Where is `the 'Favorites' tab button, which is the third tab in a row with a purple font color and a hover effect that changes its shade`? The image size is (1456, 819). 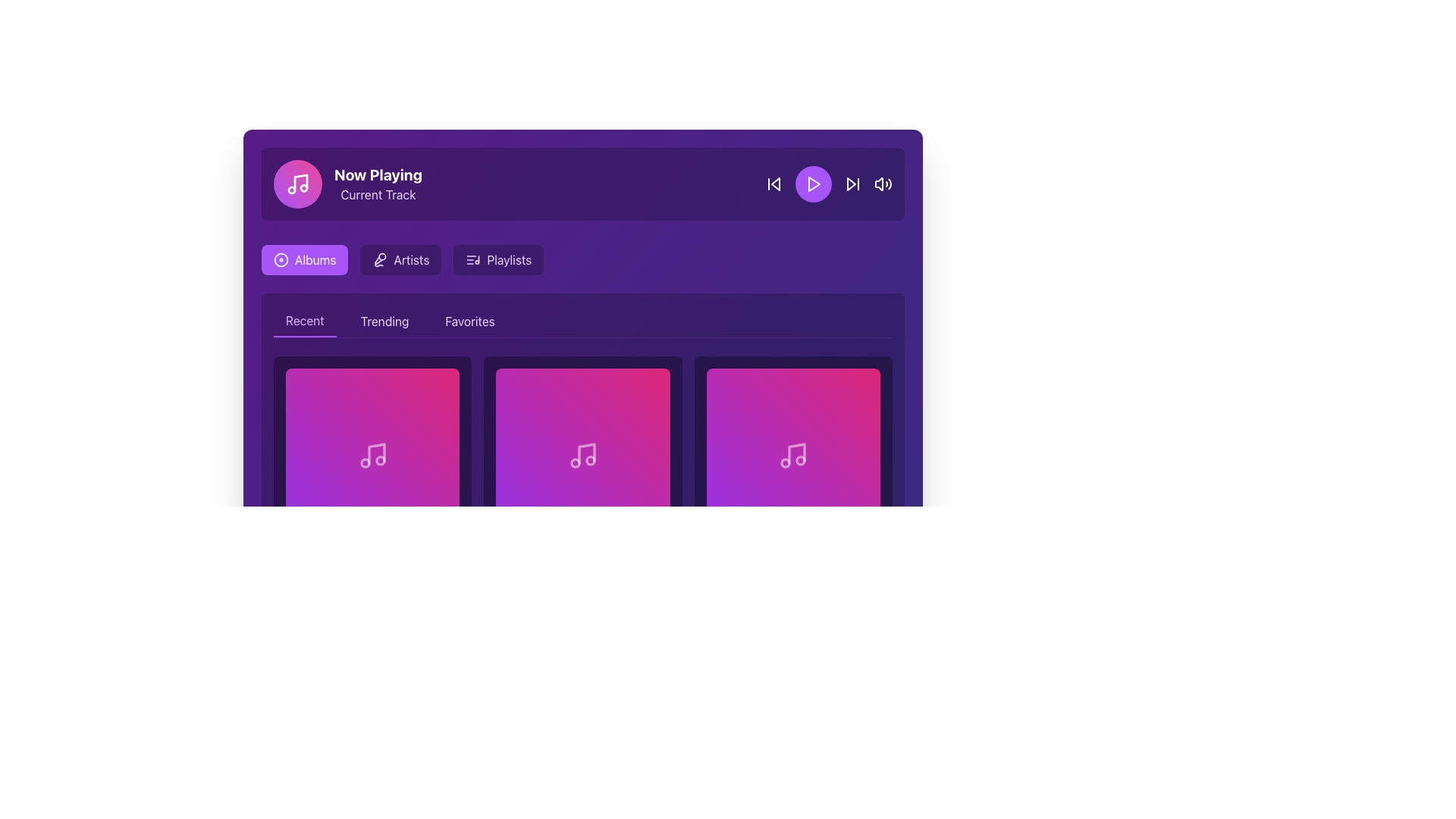 the 'Favorites' tab button, which is the third tab in a row with a purple font color and a hover effect that changes its shade is located at coordinates (469, 321).